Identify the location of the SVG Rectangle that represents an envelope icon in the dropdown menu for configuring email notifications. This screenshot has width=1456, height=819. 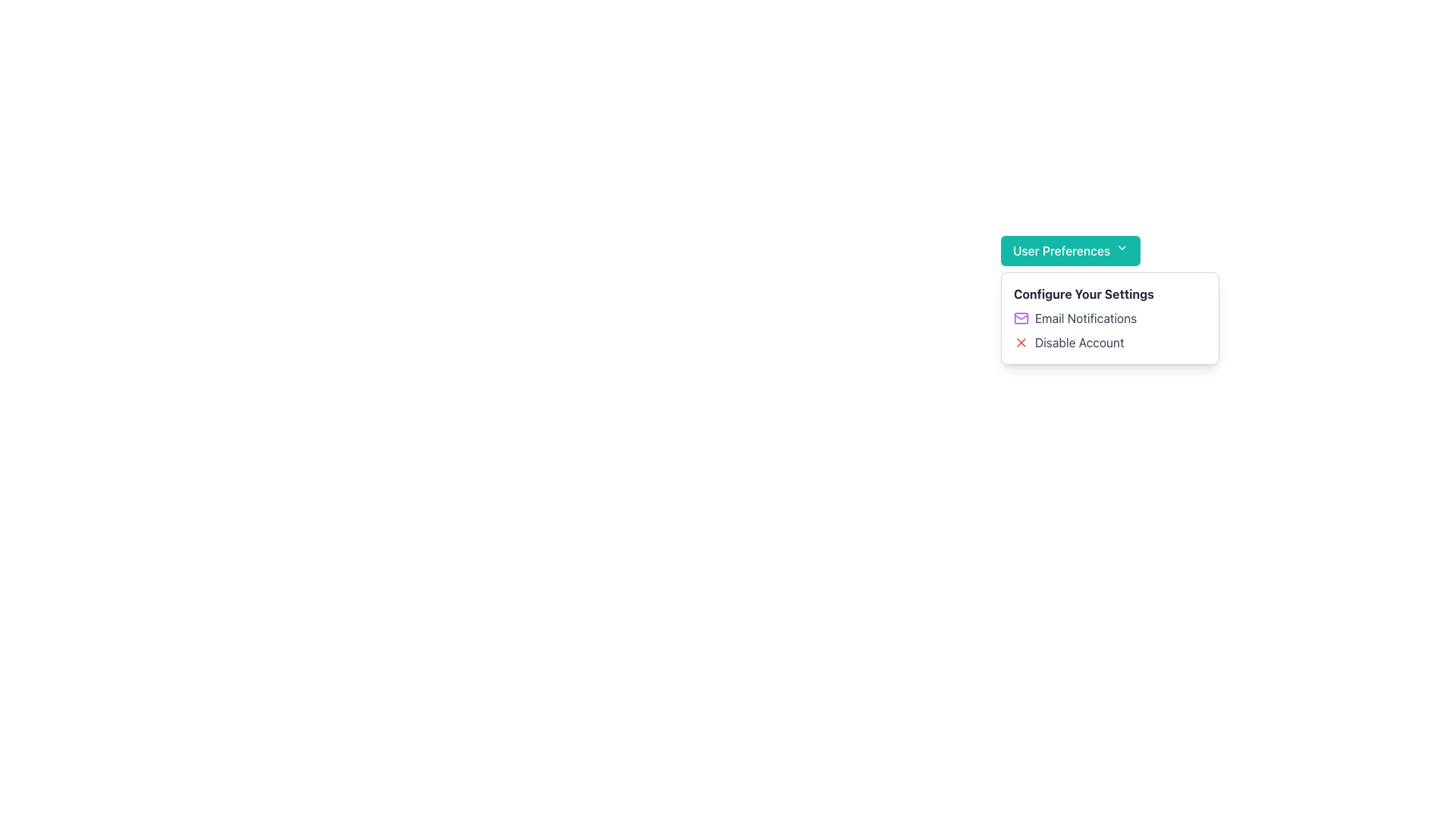
(1021, 318).